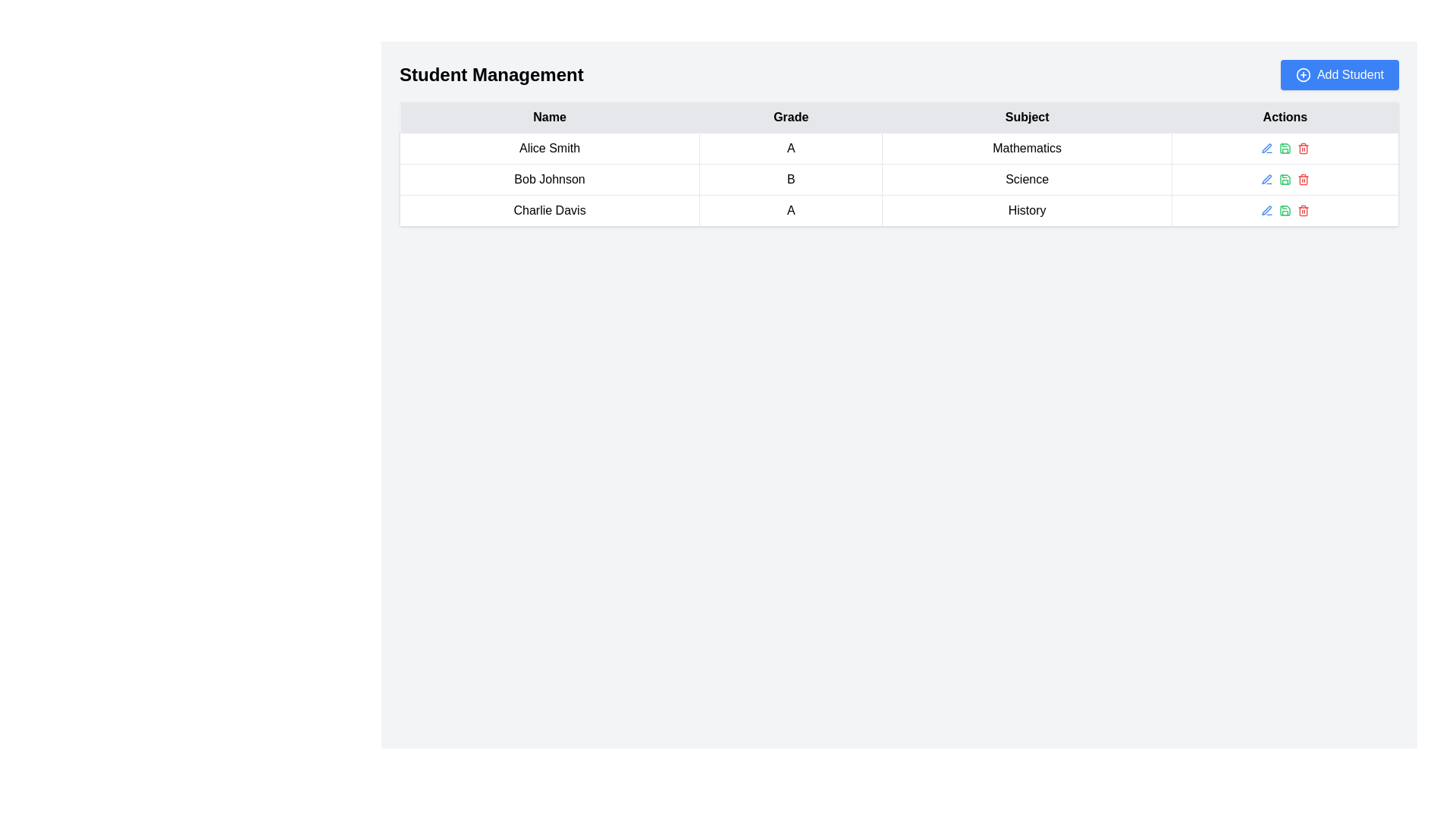  What do you see at coordinates (1284, 178) in the screenshot?
I see `the green save icon button located in the Actions column of the second row in the table aligned with the 'Science' subject` at bounding box center [1284, 178].